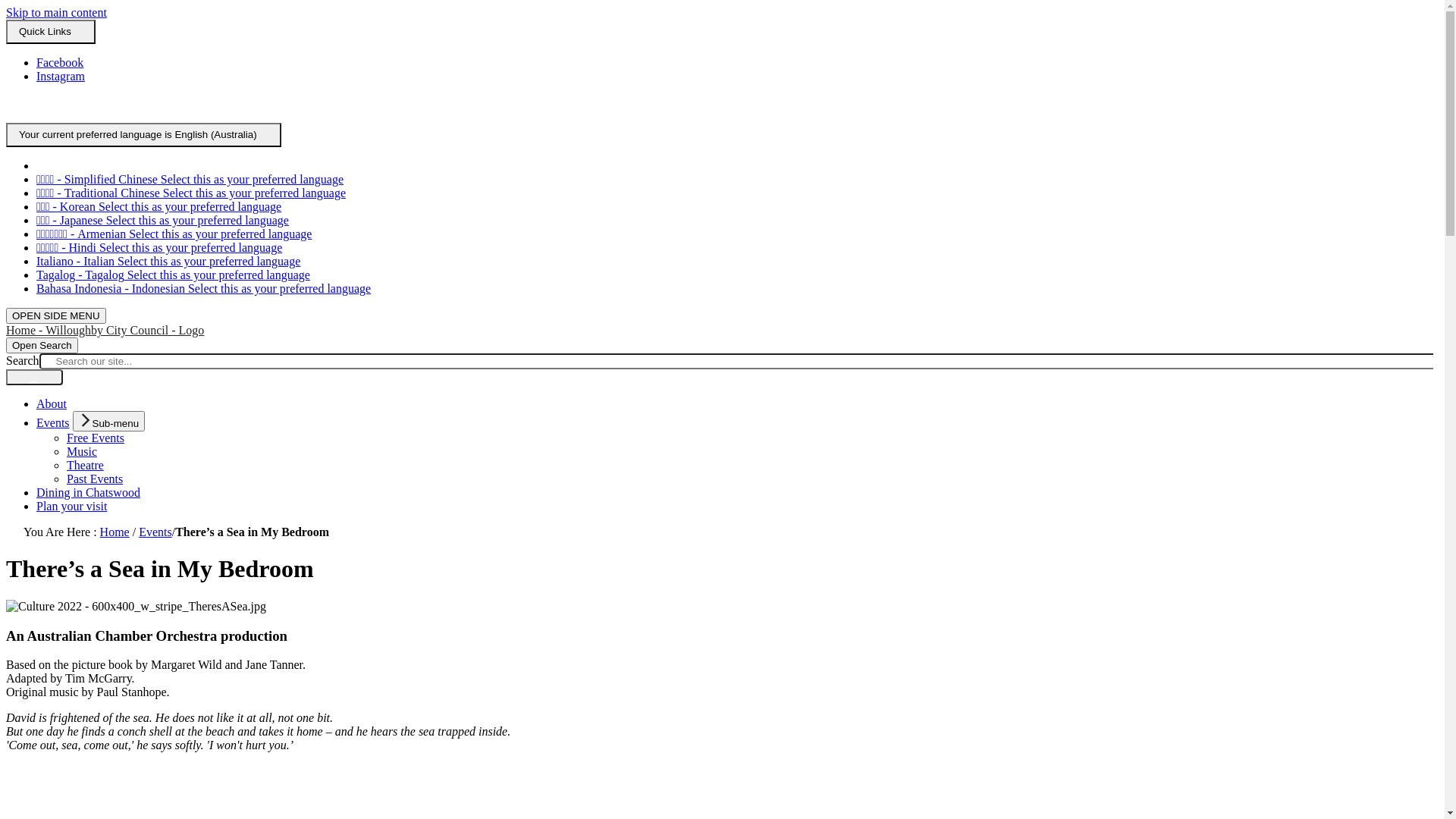  Describe the element at coordinates (56, 12) in the screenshot. I see `'Skip to main content'` at that location.